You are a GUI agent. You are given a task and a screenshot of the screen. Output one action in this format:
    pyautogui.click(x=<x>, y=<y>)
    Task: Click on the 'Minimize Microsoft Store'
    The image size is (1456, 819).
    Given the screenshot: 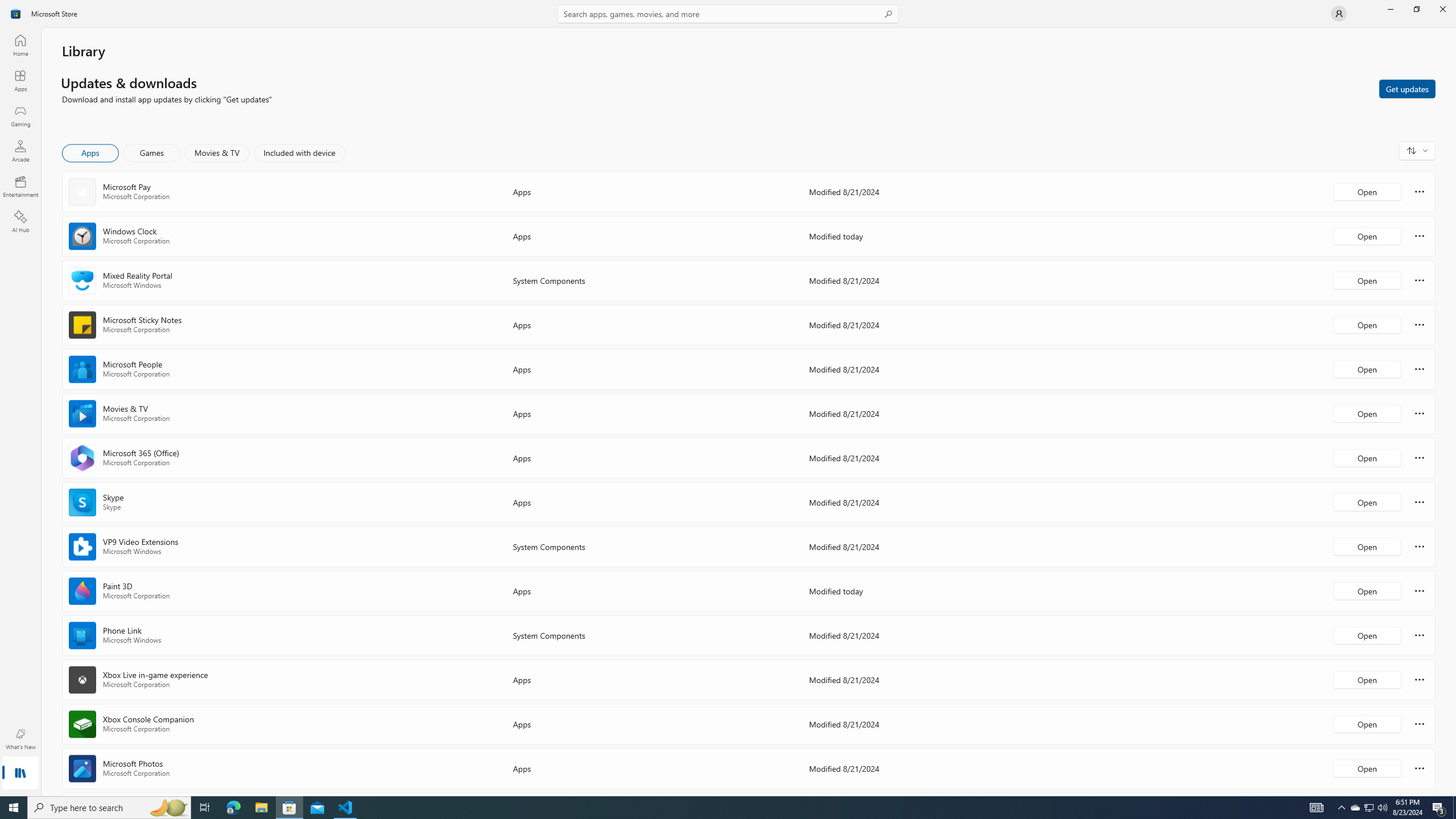 What is the action you would take?
    pyautogui.click(x=1389, y=9)
    